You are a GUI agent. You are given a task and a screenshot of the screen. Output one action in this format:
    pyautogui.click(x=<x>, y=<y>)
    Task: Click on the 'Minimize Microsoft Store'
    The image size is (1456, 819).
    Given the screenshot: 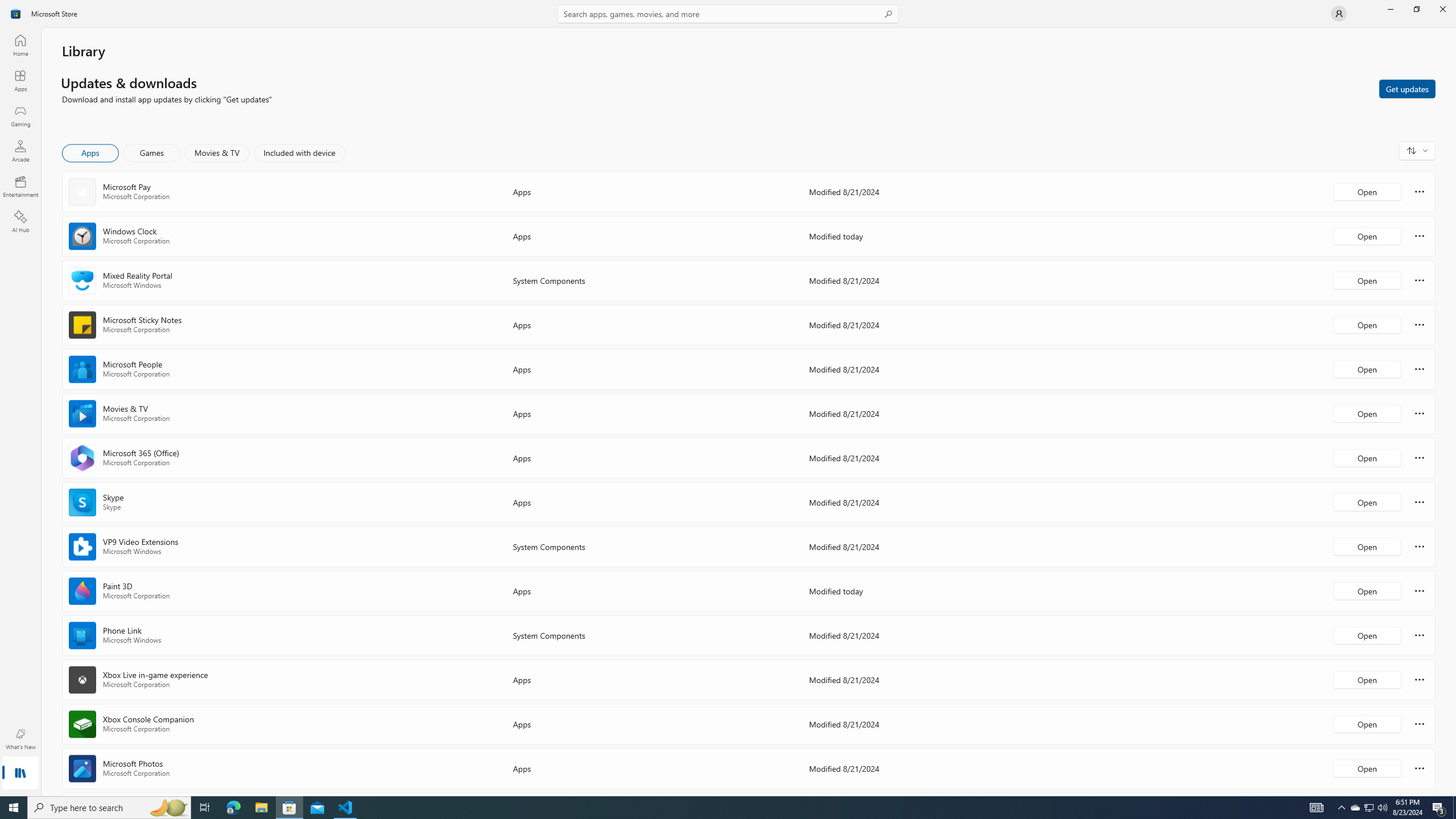 What is the action you would take?
    pyautogui.click(x=1389, y=9)
    